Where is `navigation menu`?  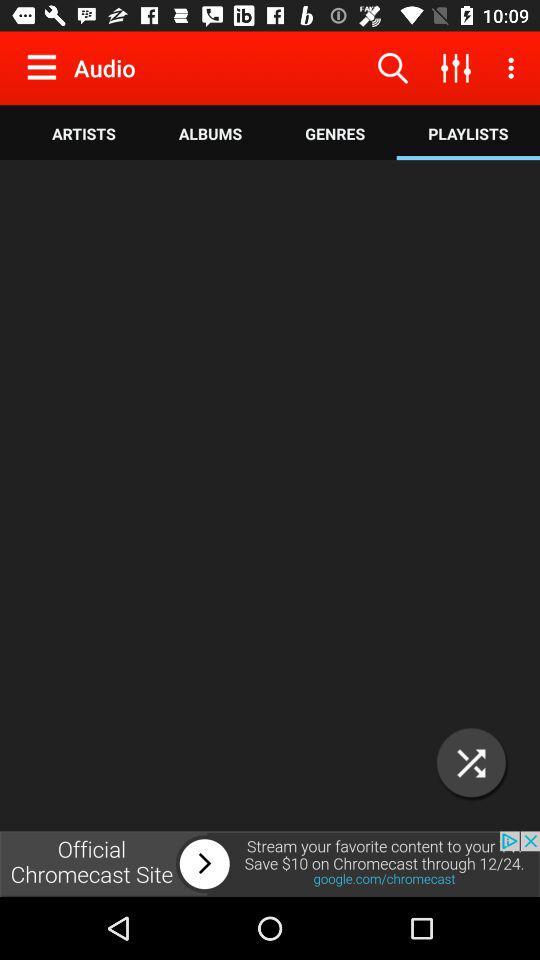
navigation menu is located at coordinates (46, 67).